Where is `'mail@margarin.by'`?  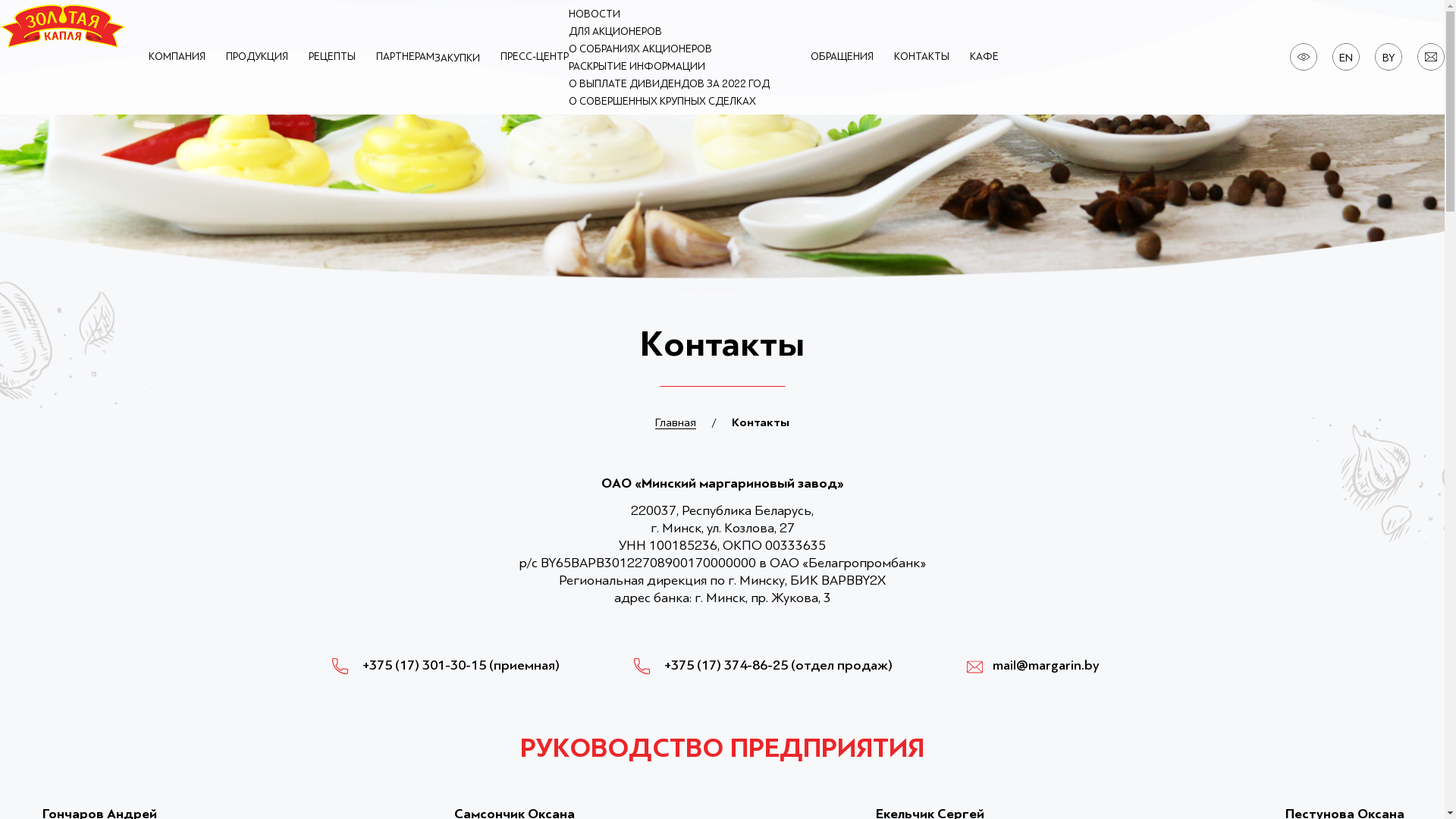 'mail@margarin.by' is located at coordinates (1032, 665).